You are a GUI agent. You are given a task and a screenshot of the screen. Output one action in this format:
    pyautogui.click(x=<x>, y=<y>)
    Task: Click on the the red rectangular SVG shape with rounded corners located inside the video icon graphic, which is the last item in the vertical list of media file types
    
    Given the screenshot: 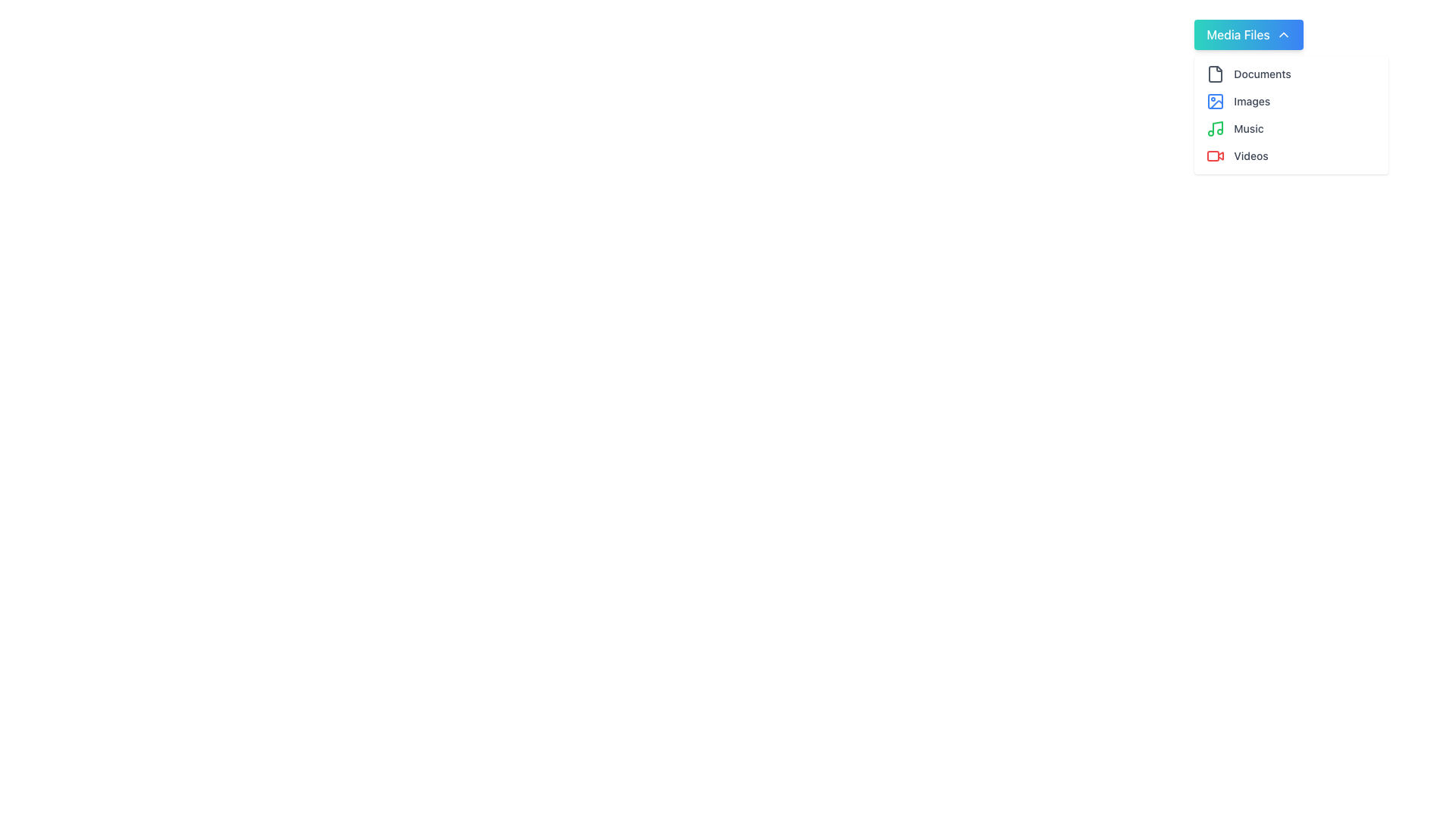 What is the action you would take?
    pyautogui.click(x=1213, y=155)
    